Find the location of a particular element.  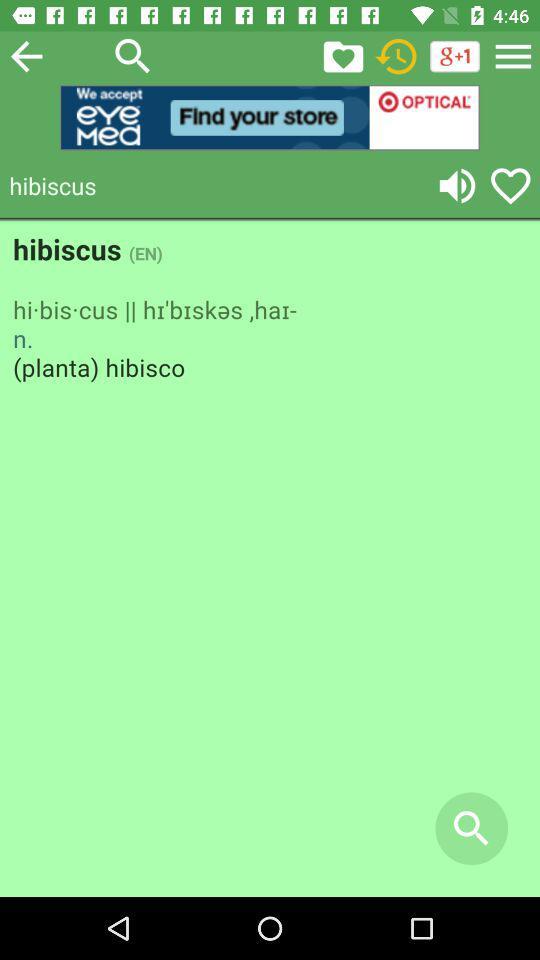

the arrow_backward icon is located at coordinates (25, 55).